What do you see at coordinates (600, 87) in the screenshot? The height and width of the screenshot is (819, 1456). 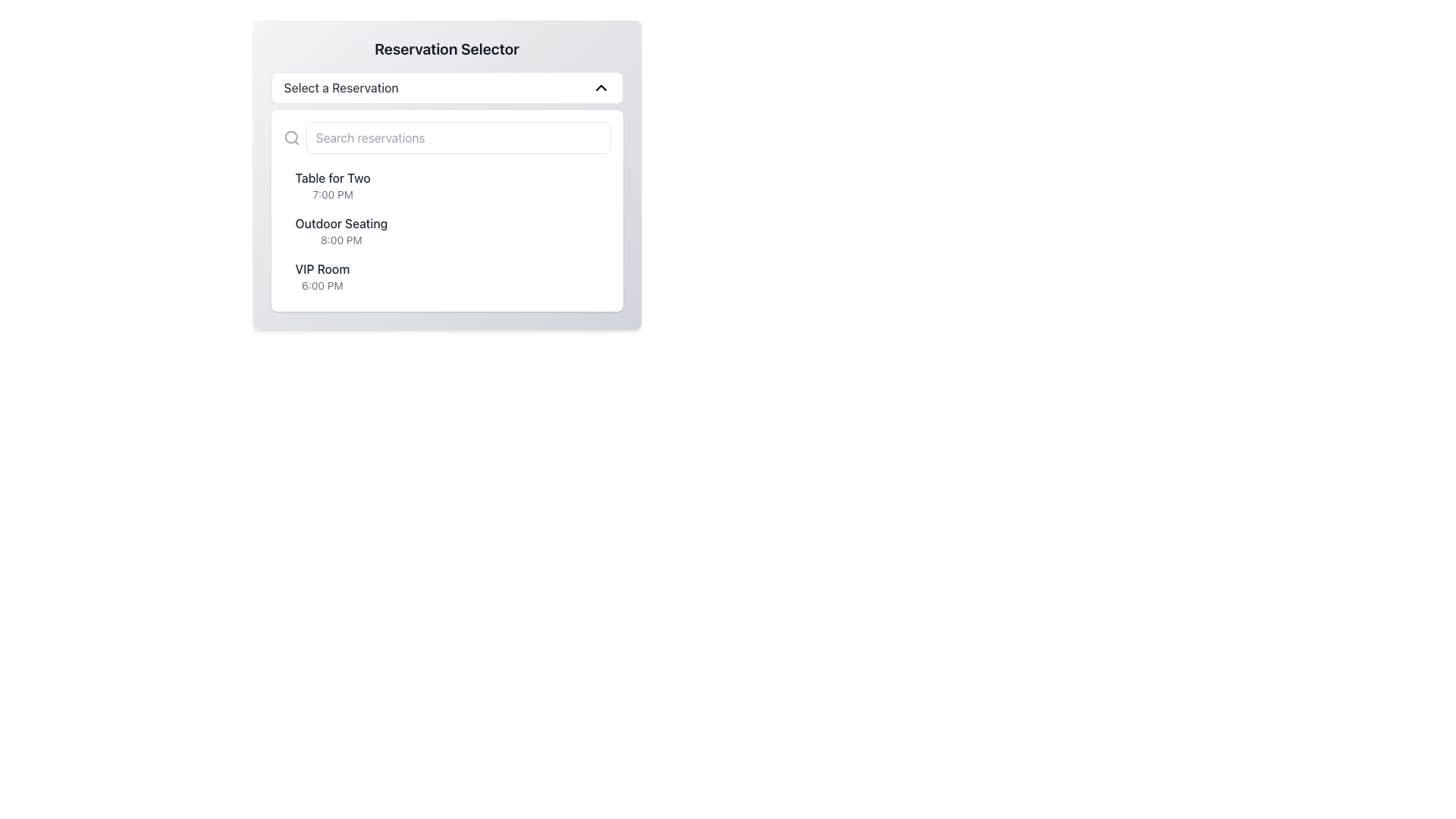 I see `the black downward-facing chevron icon located to the right of the 'Select a Reservation' text` at bounding box center [600, 87].